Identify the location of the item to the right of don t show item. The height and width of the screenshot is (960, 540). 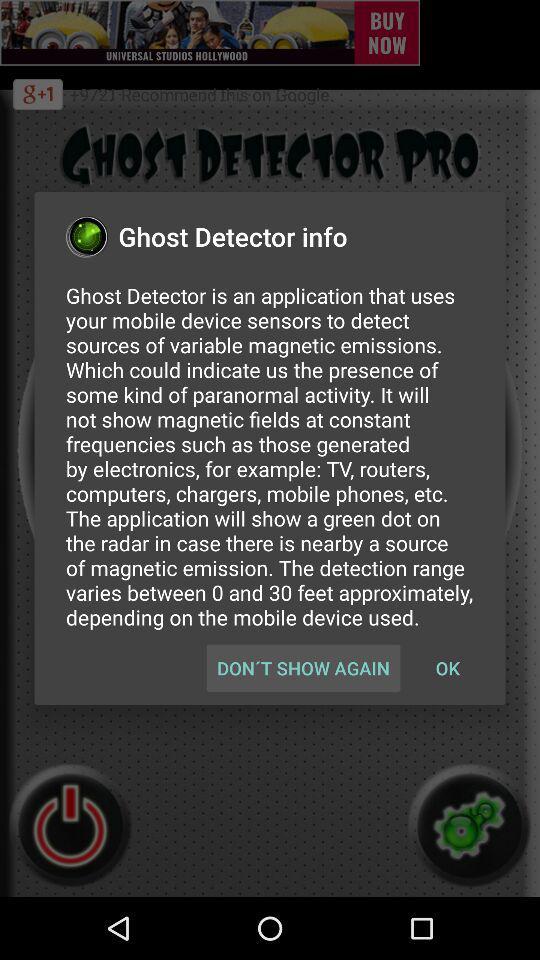
(447, 668).